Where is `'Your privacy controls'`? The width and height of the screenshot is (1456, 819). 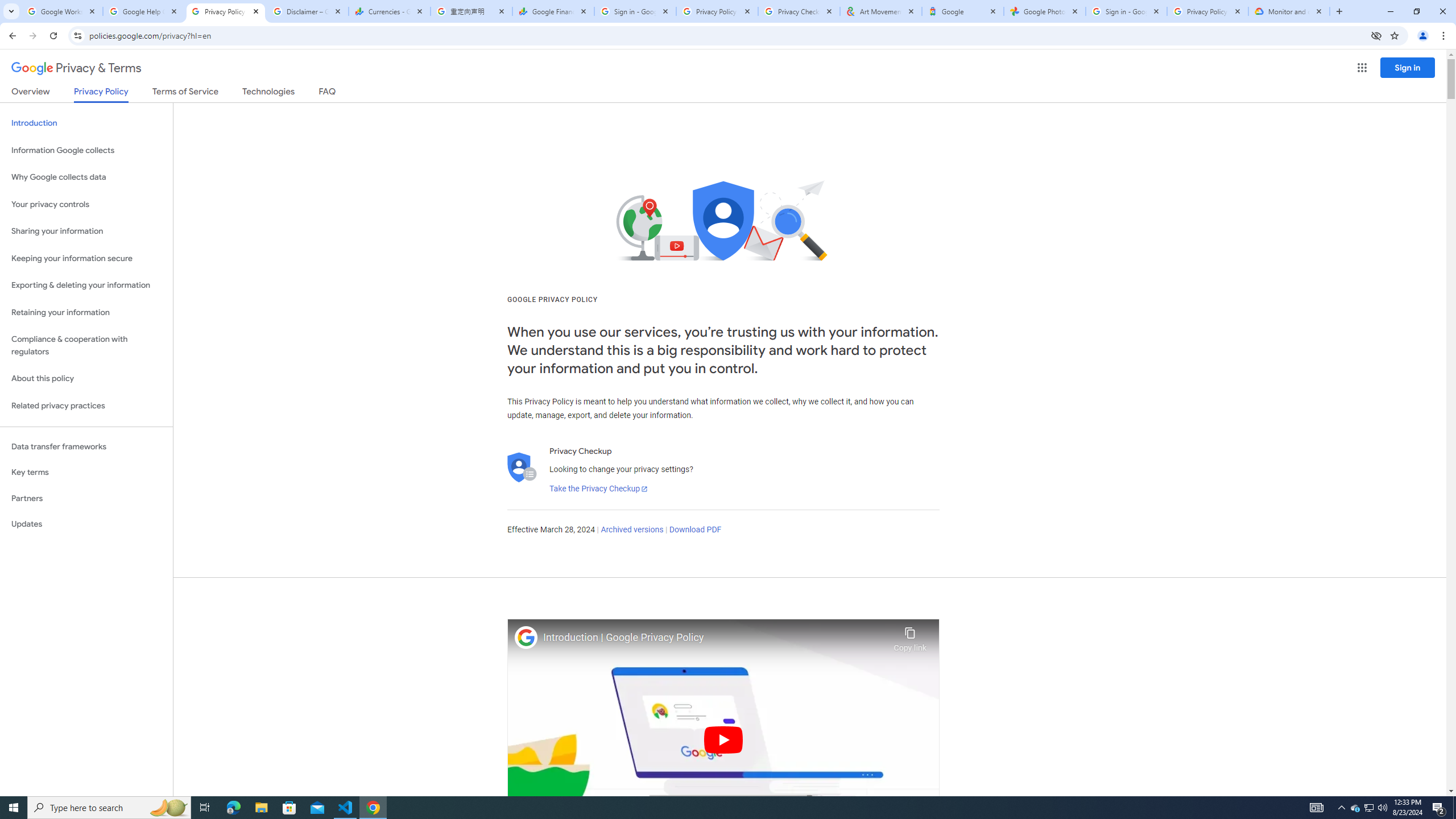 'Your privacy controls' is located at coordinates (86, 205).